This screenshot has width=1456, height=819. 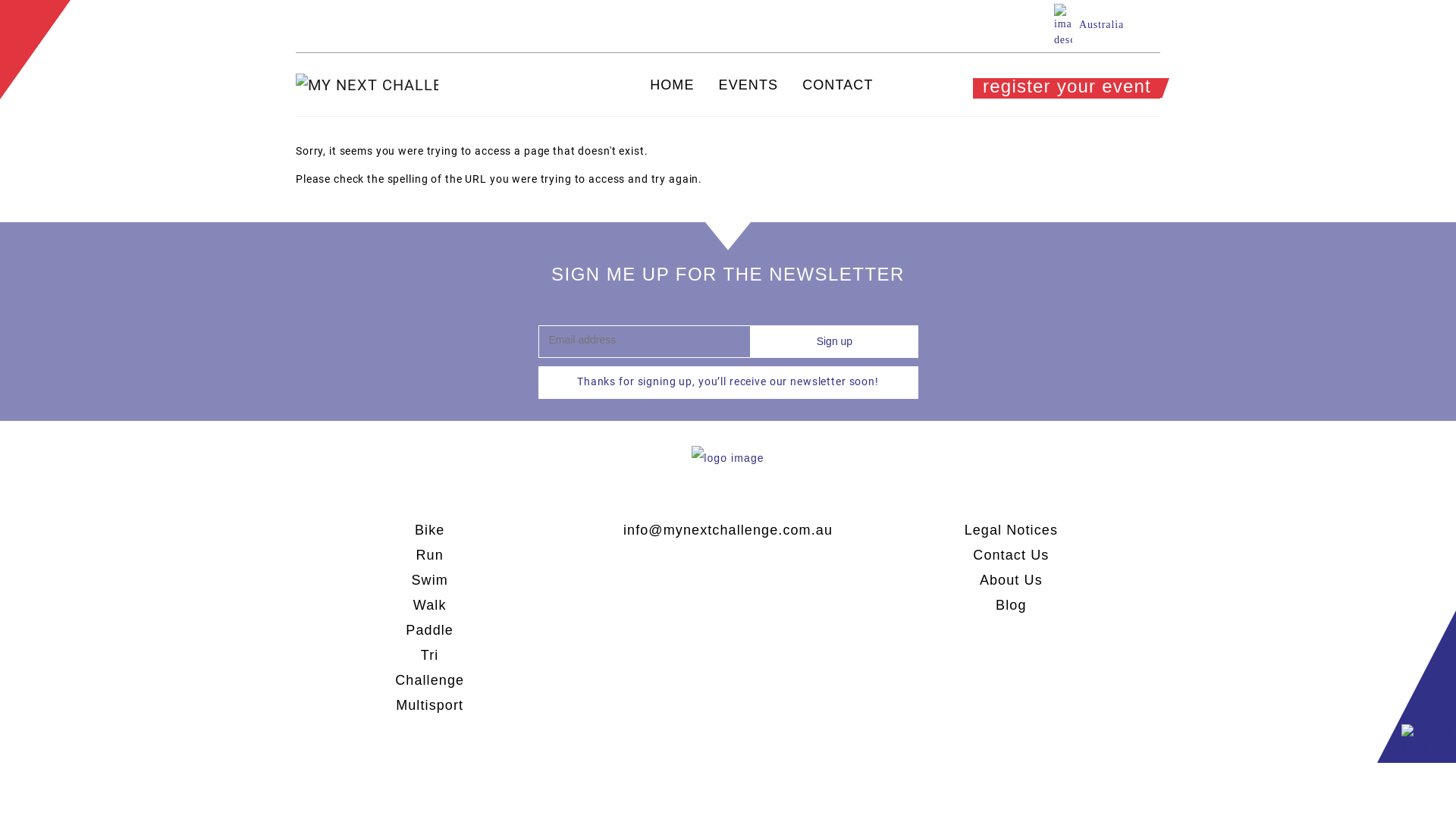 What do you see at coordinates (428, 579) in the screenshot?
I see `'Swim'` at bounding box center [428, 579].